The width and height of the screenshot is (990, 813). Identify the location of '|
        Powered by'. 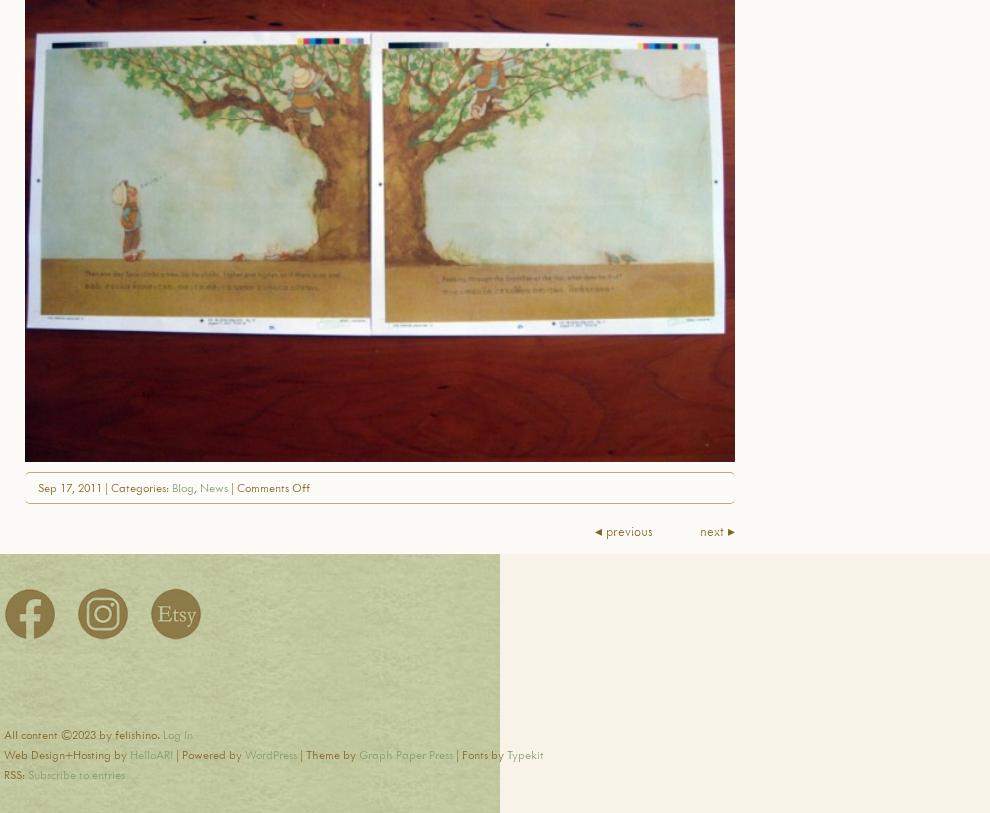
(172, 754).